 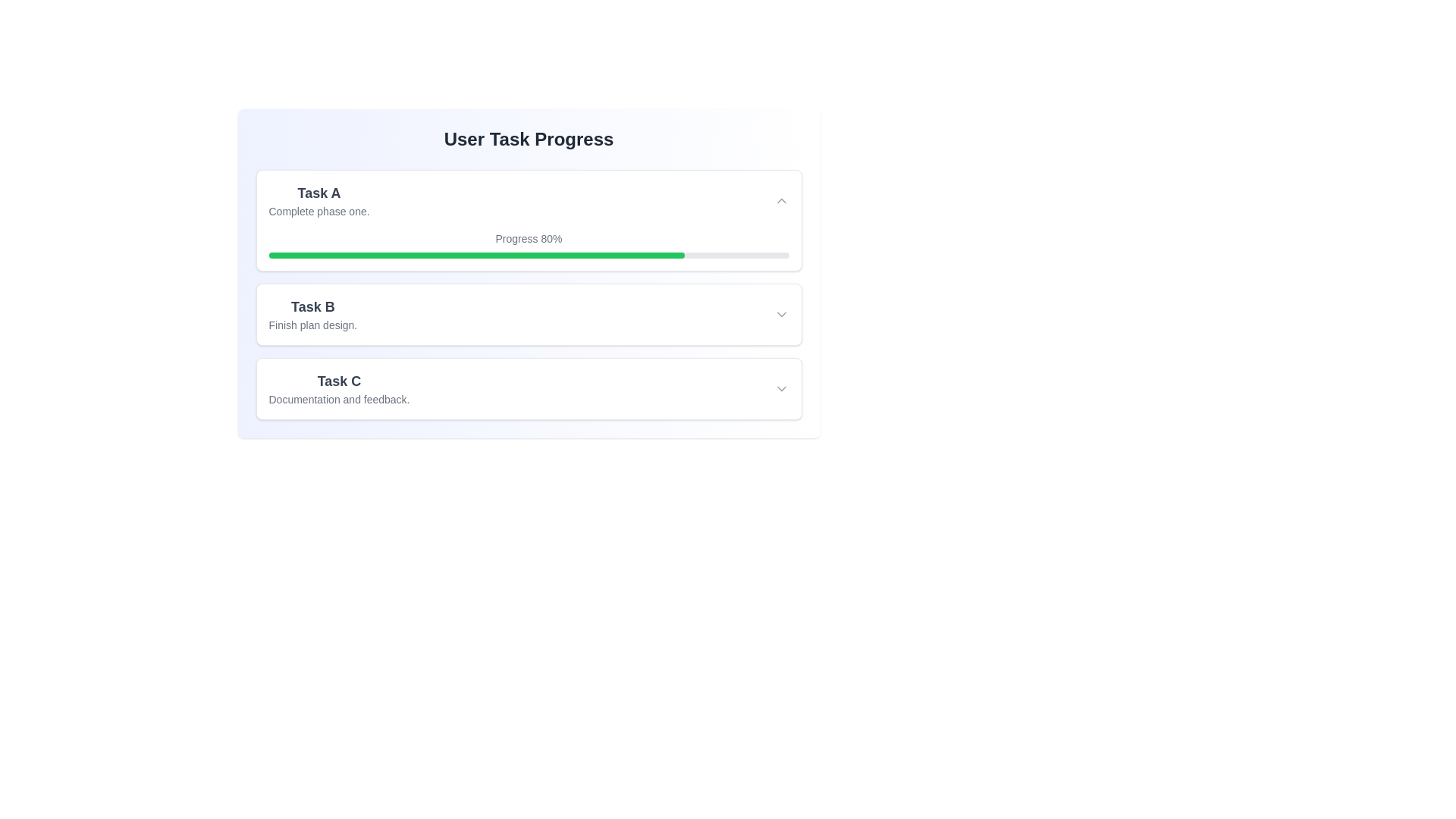 I want to click on the text label that indicates the progress percentage, located above the green progress bar in the center of the 'Task A' panel, so click(x=529, y=239).